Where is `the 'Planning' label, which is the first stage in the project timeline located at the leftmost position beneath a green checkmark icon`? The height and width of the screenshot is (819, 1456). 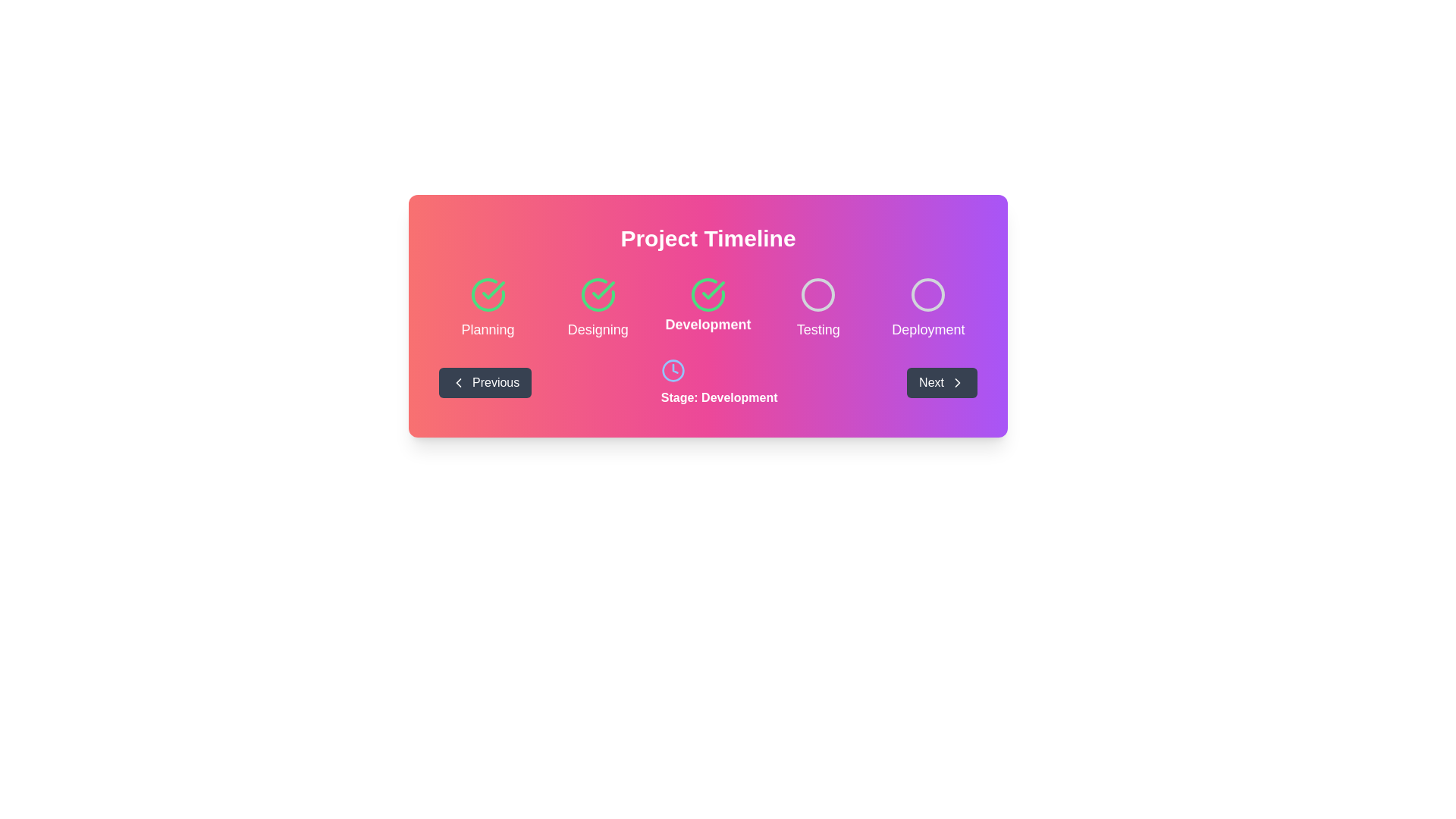
the 'Planning' label, which is the first stage in the project timeline located at the leftmost position beneath a green checkmark icon is located at coordinates (488, 329).